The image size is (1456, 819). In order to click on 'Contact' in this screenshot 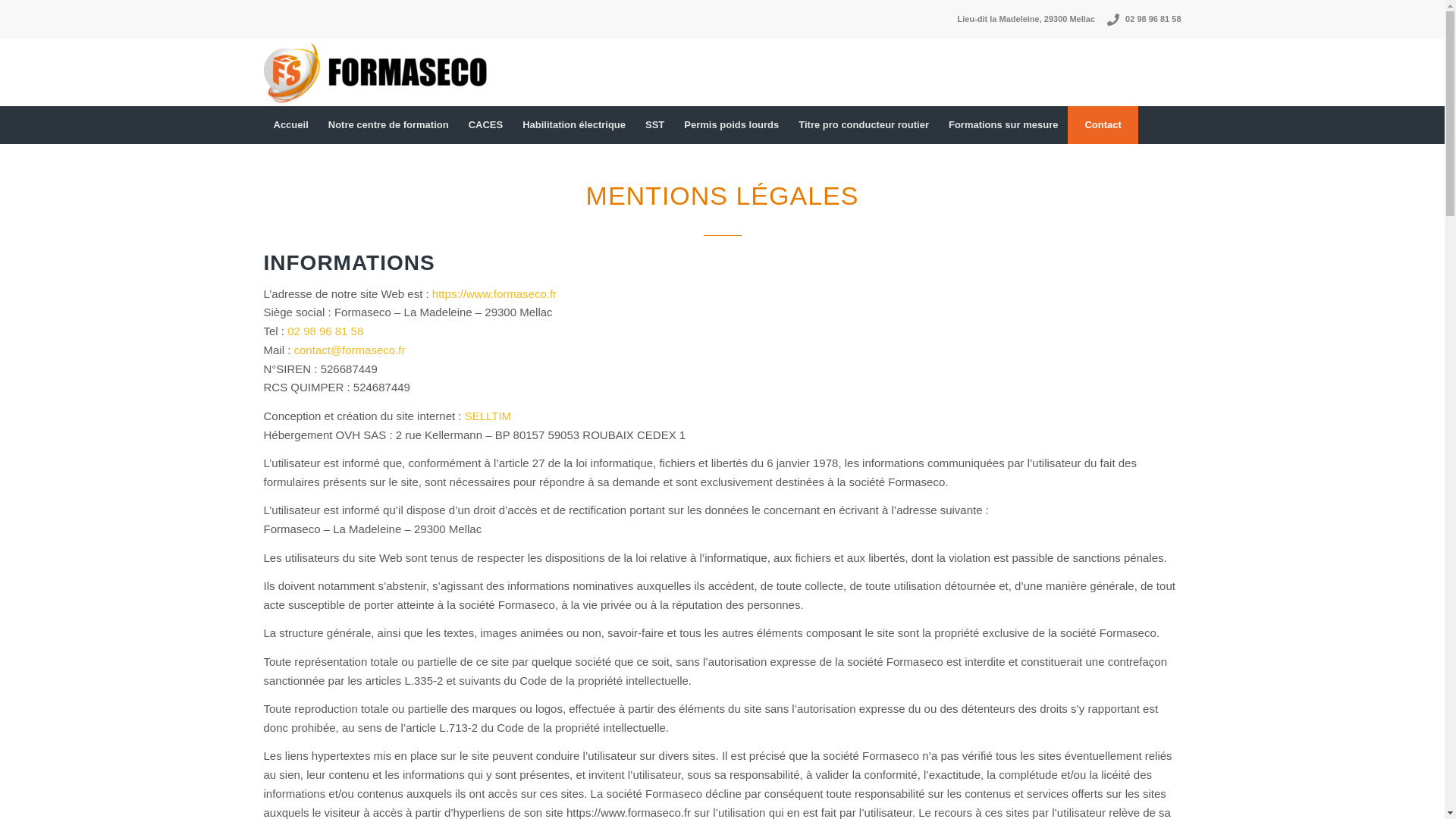, I will do `click(1103, 124)`.